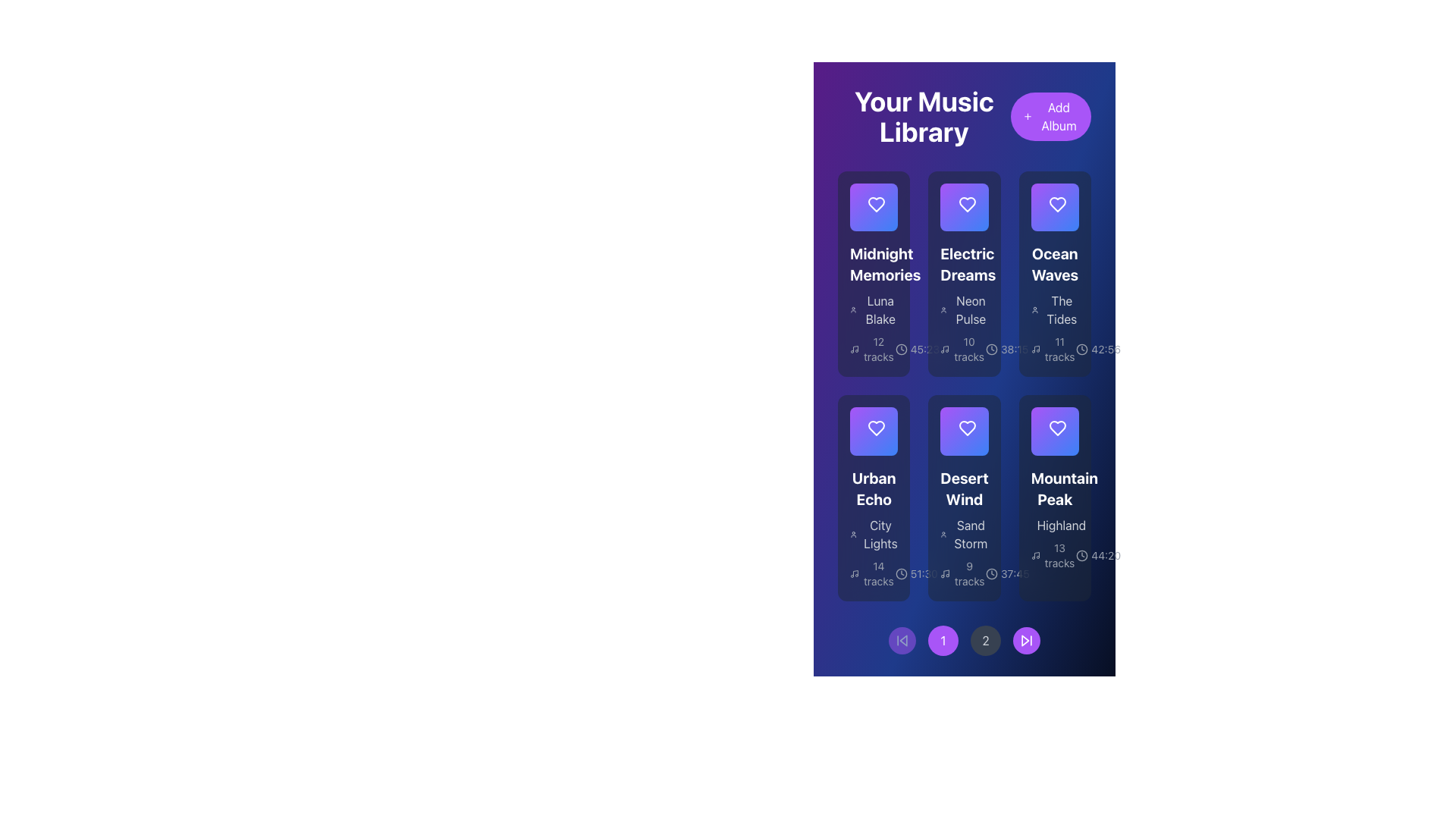  Describe the element at coordinates (1081, 350) in the screenshot. I see `the clock icon located in the bottom-right corner of the 'Ocean Waves' card in the 'Your Music Library' interface, positioned left of the duration text ('42:56')` at that location.